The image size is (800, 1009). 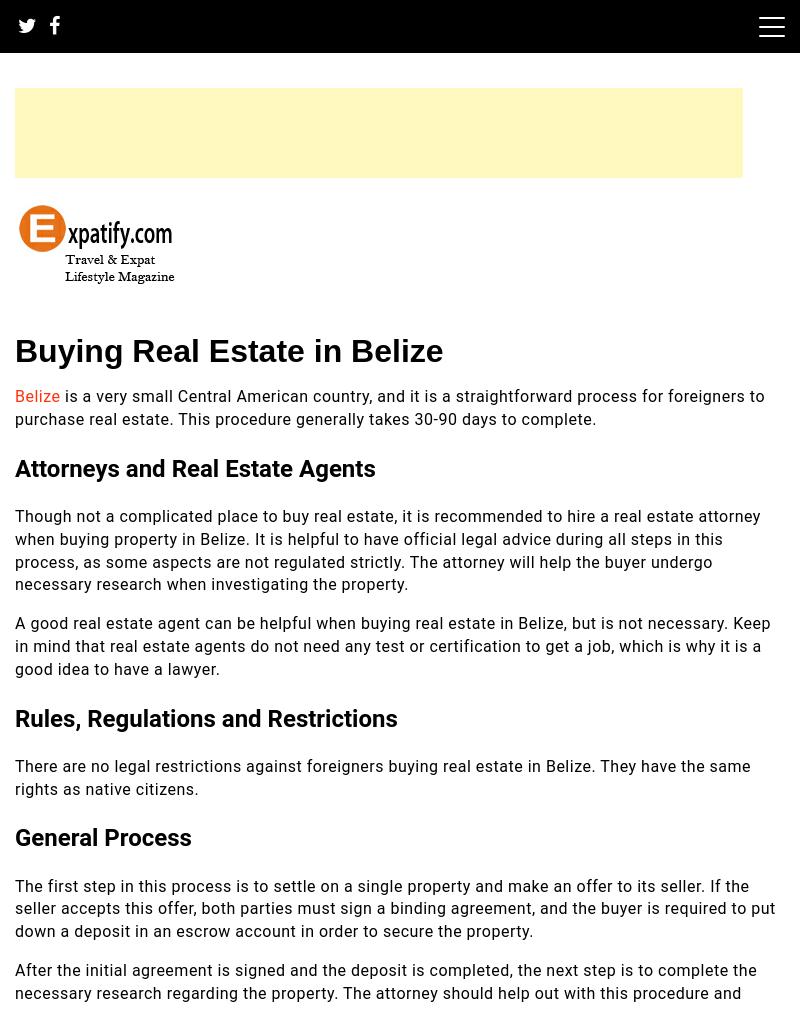 I want to click on 'Expatify', so click(x=14, y=320).